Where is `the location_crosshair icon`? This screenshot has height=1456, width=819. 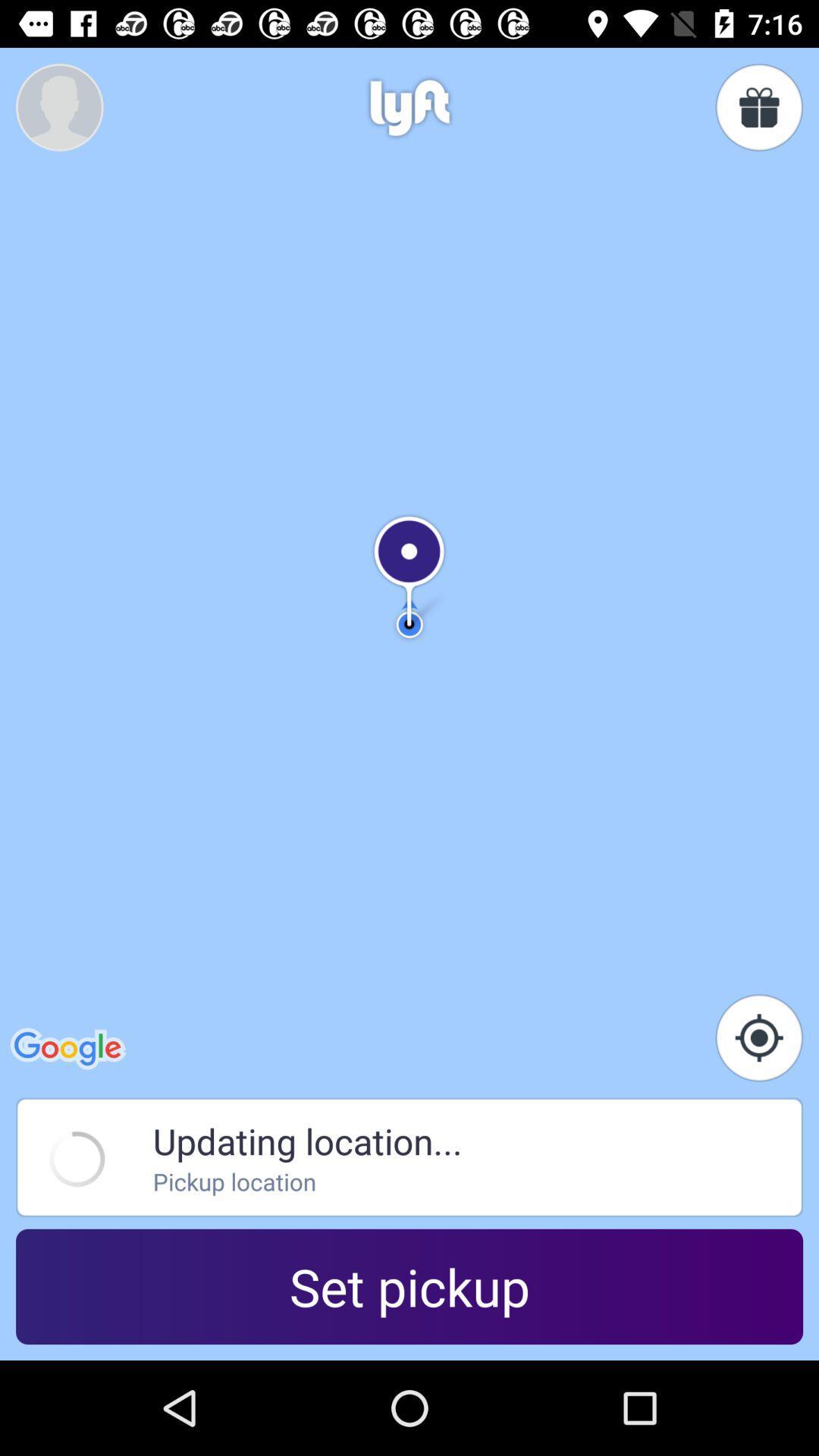 the location_crosshair icon is located at coordinates (759, 1037).